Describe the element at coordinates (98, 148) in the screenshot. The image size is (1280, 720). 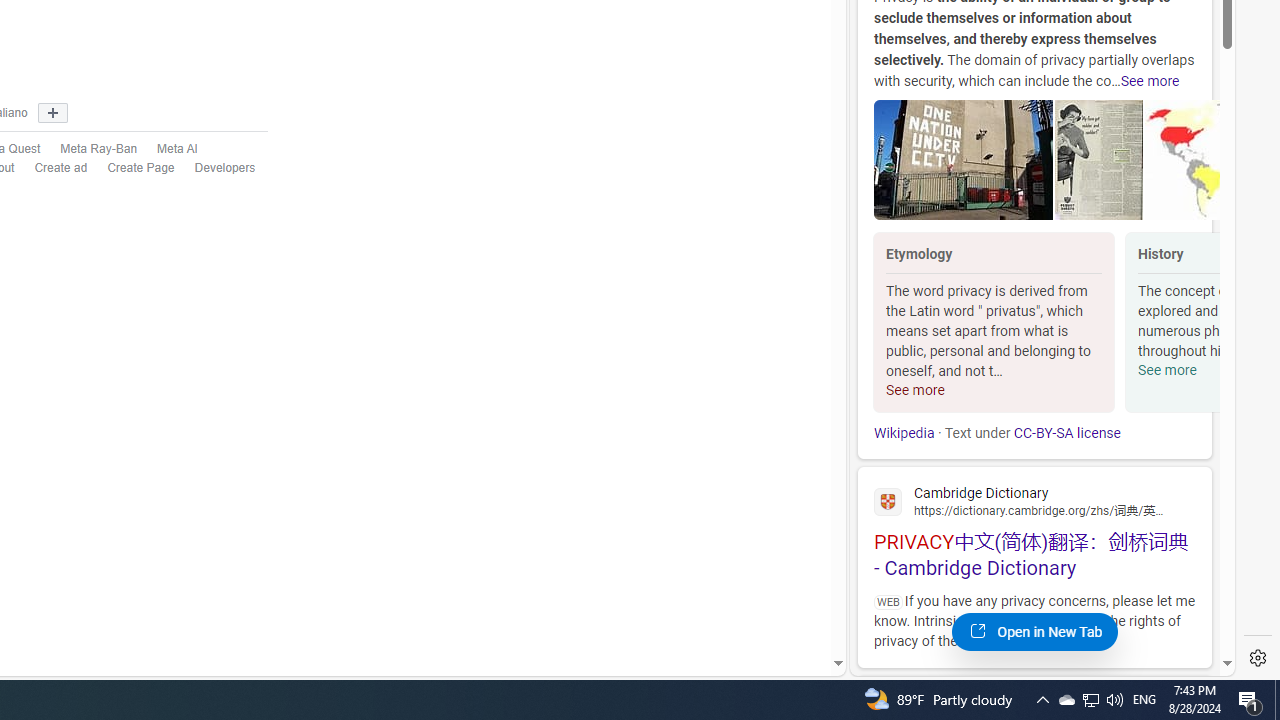
I see `'Meta Ray-Ban'` at that location.